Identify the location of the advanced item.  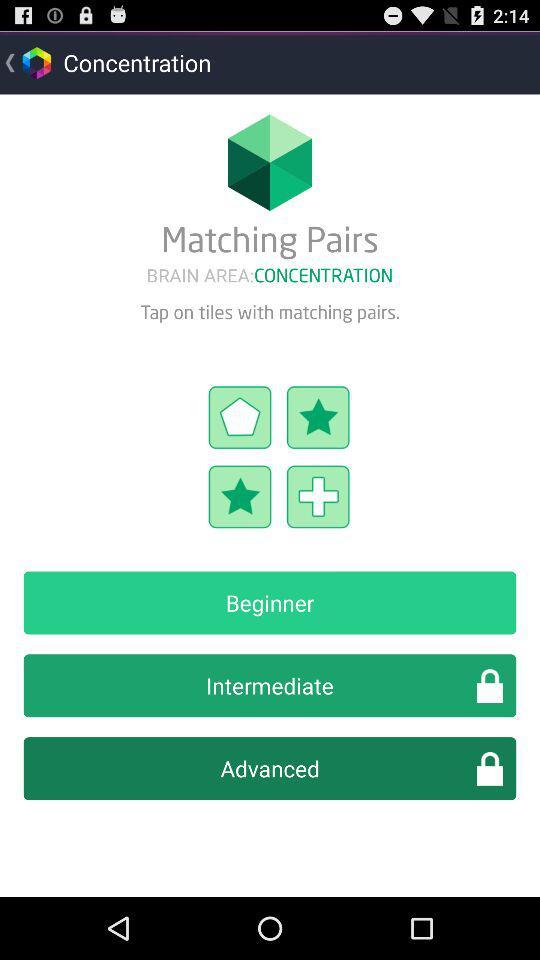
(270, 767).